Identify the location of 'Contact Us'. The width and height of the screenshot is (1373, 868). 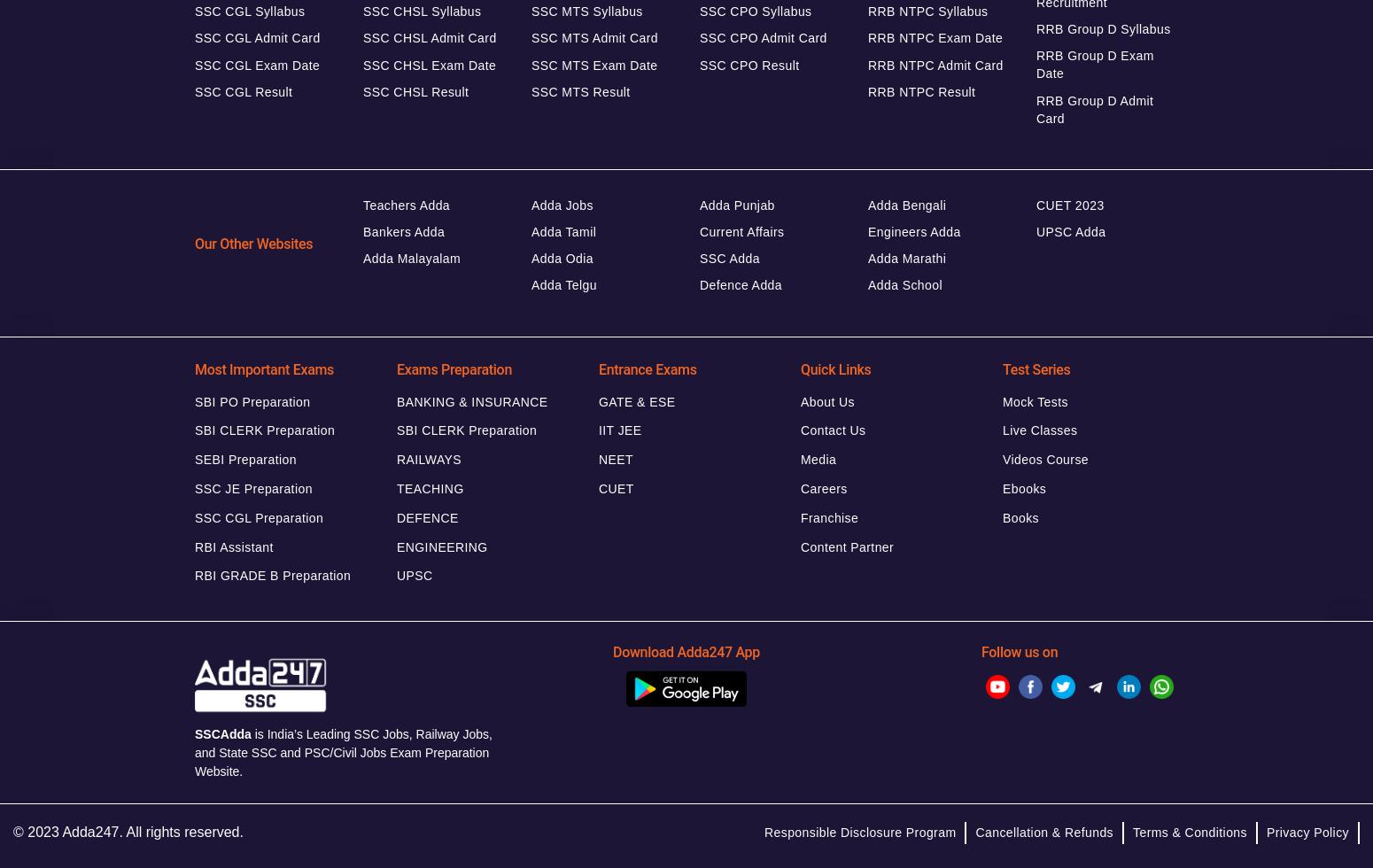
(832, 430).